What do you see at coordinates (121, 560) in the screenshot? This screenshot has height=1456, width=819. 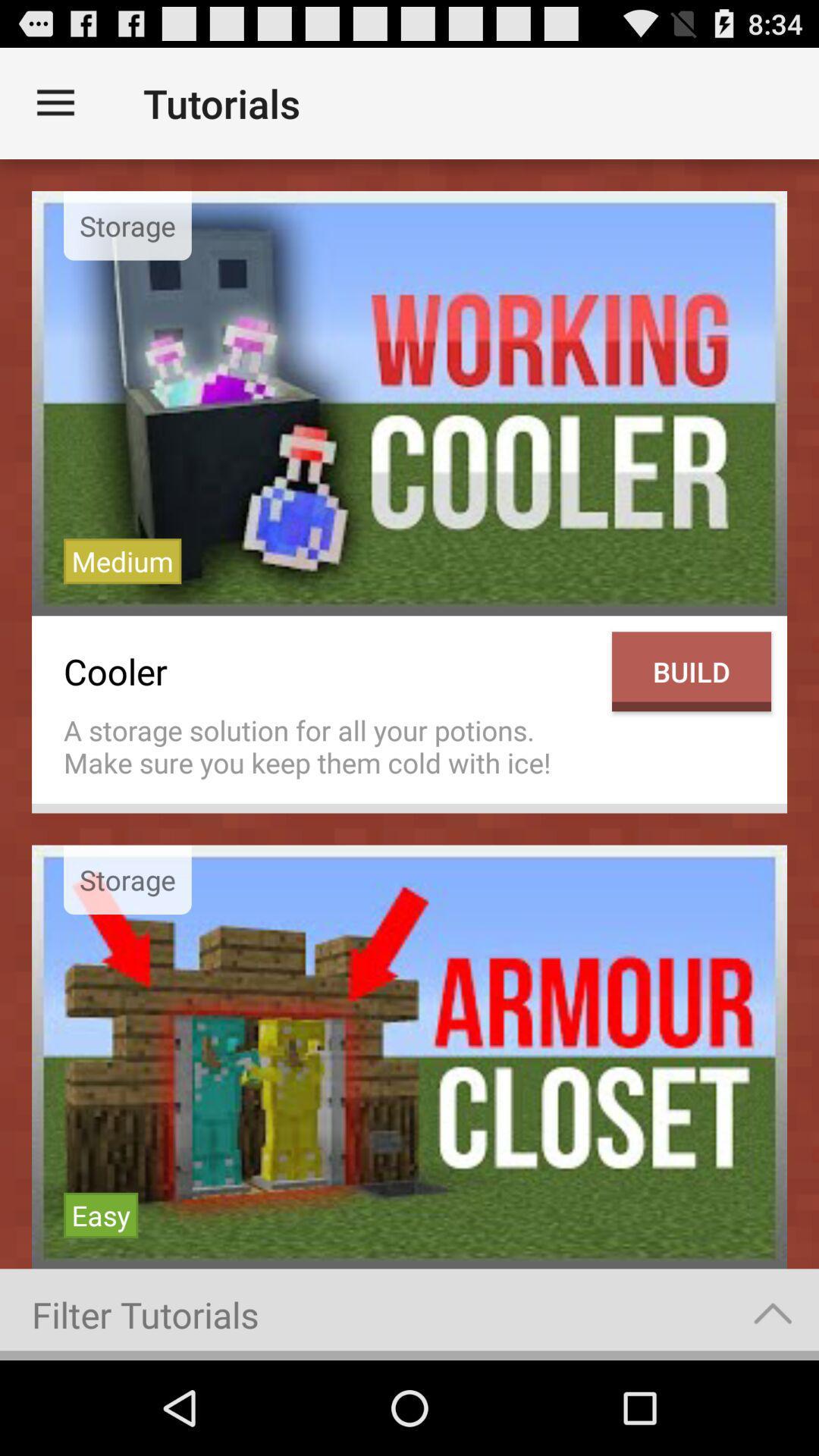 I see `icon above the cooler` at bounding box center [121, 560].